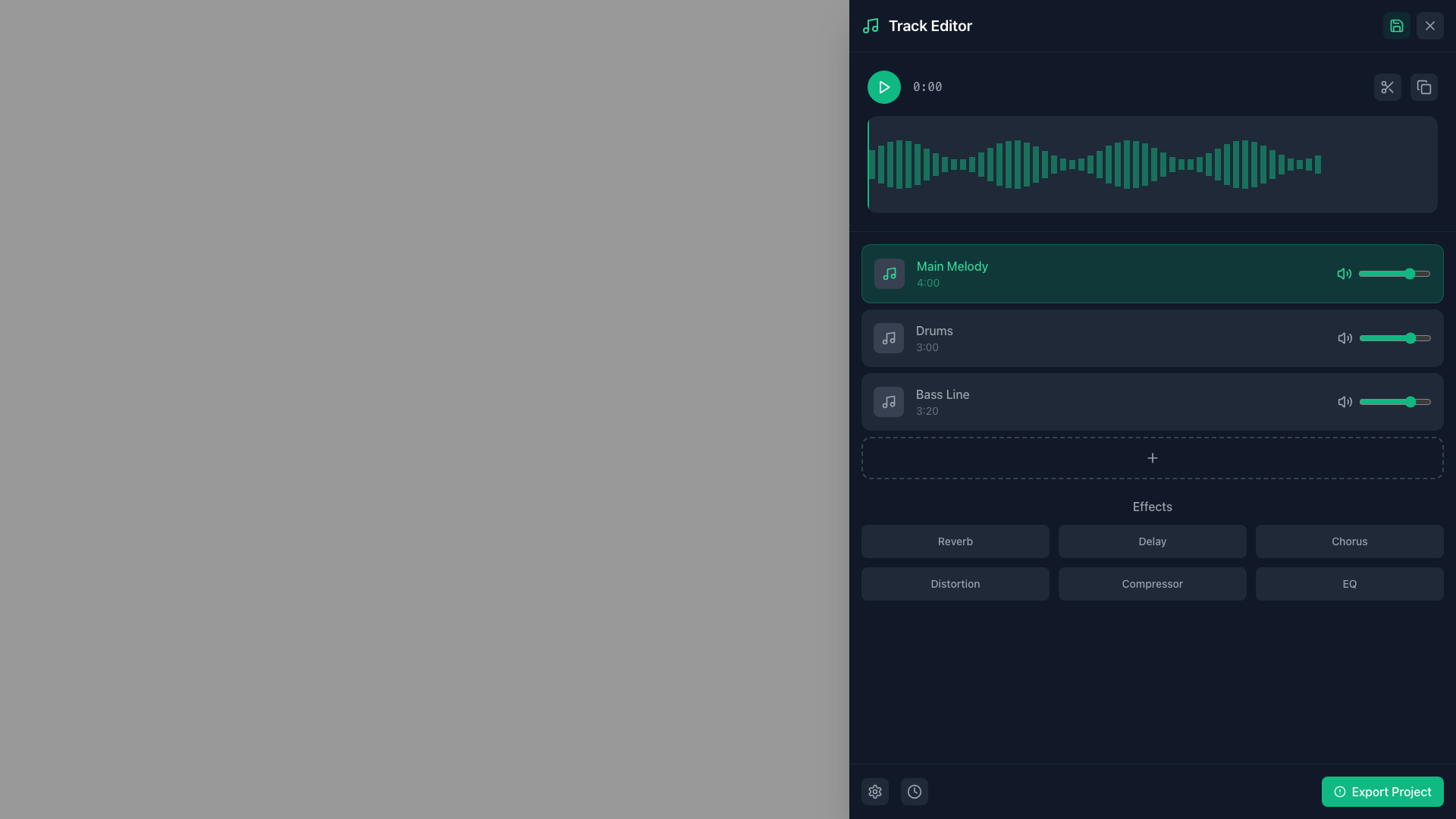 This screenshot has width=1456, height=819. I want to click on the settings button located at the bottom left corner of the main interface panel, so click(874, 791).